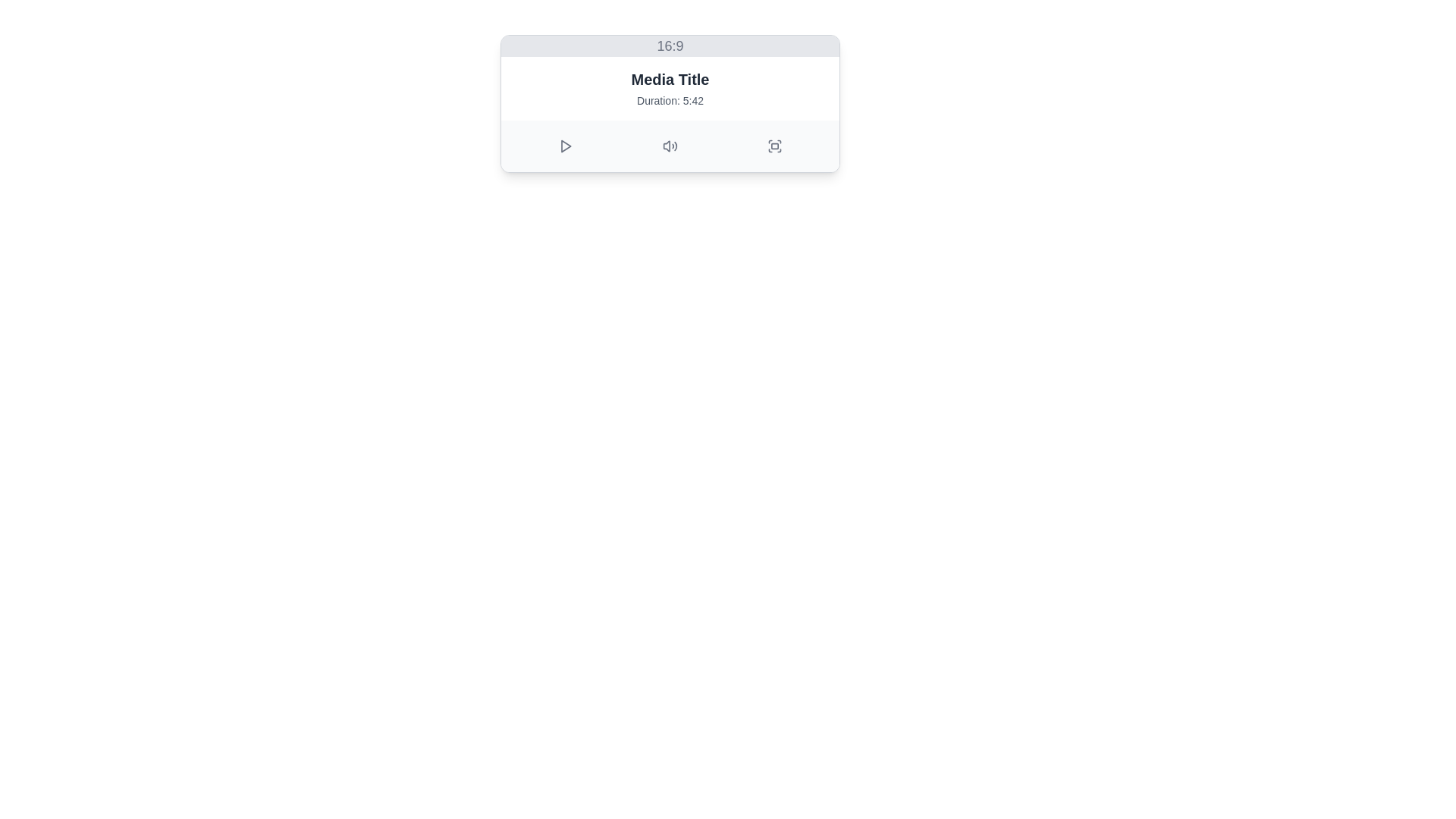 The width and height of the screenshot is (1456, 819). Describe the element at coordinates (775, 146) in the screenshot. I see `the circular fullscreen button with a centered fullscreen icon` at that location.